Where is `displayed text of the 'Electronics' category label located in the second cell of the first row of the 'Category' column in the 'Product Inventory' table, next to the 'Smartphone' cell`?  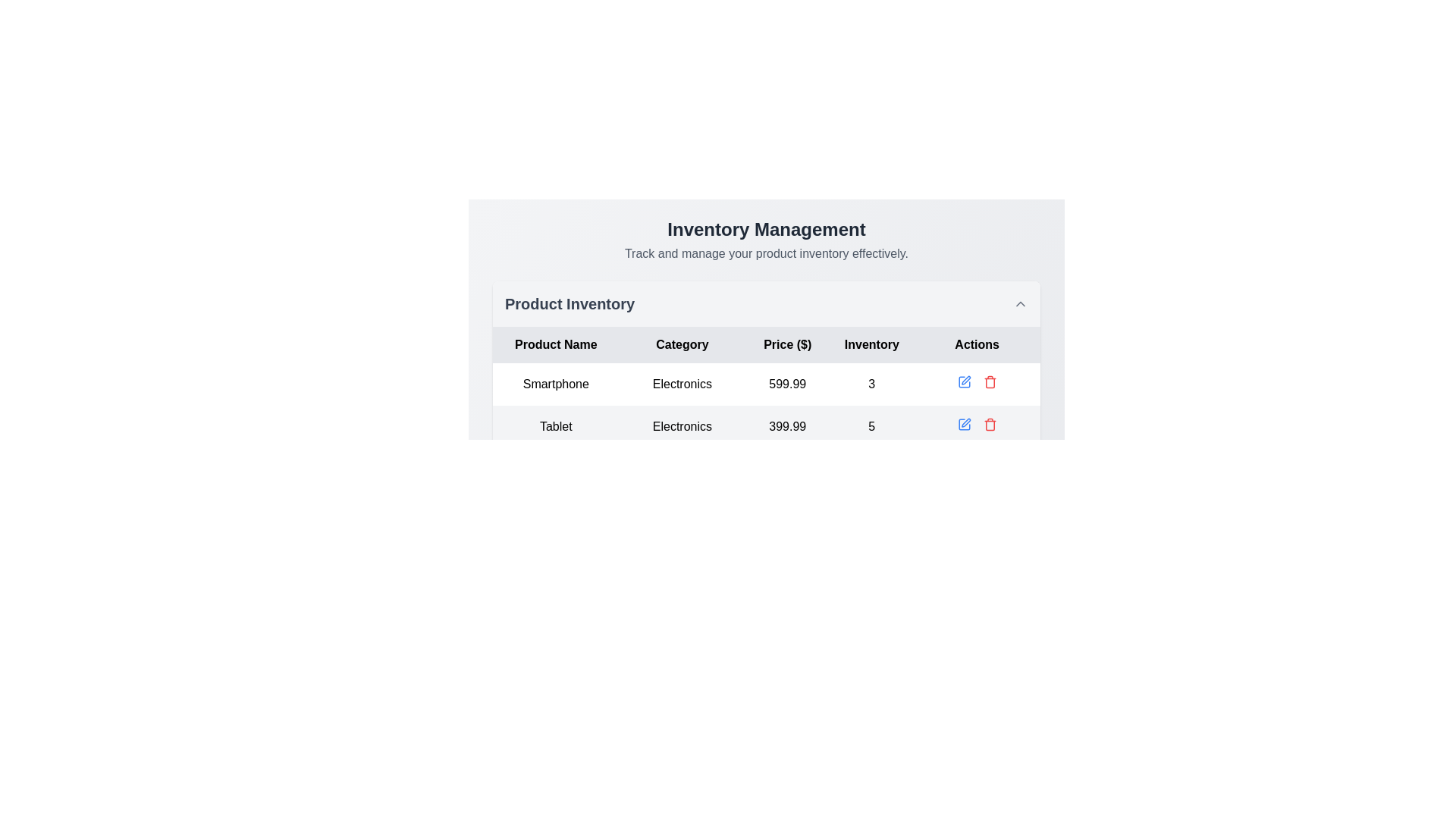 displayed text of the 'Electronics' category label located in the second cell of the first row of the 'Category' column in the 'Product Inventory' table, next to the 'Smartphone' cell is located at coordinates (681, 383).